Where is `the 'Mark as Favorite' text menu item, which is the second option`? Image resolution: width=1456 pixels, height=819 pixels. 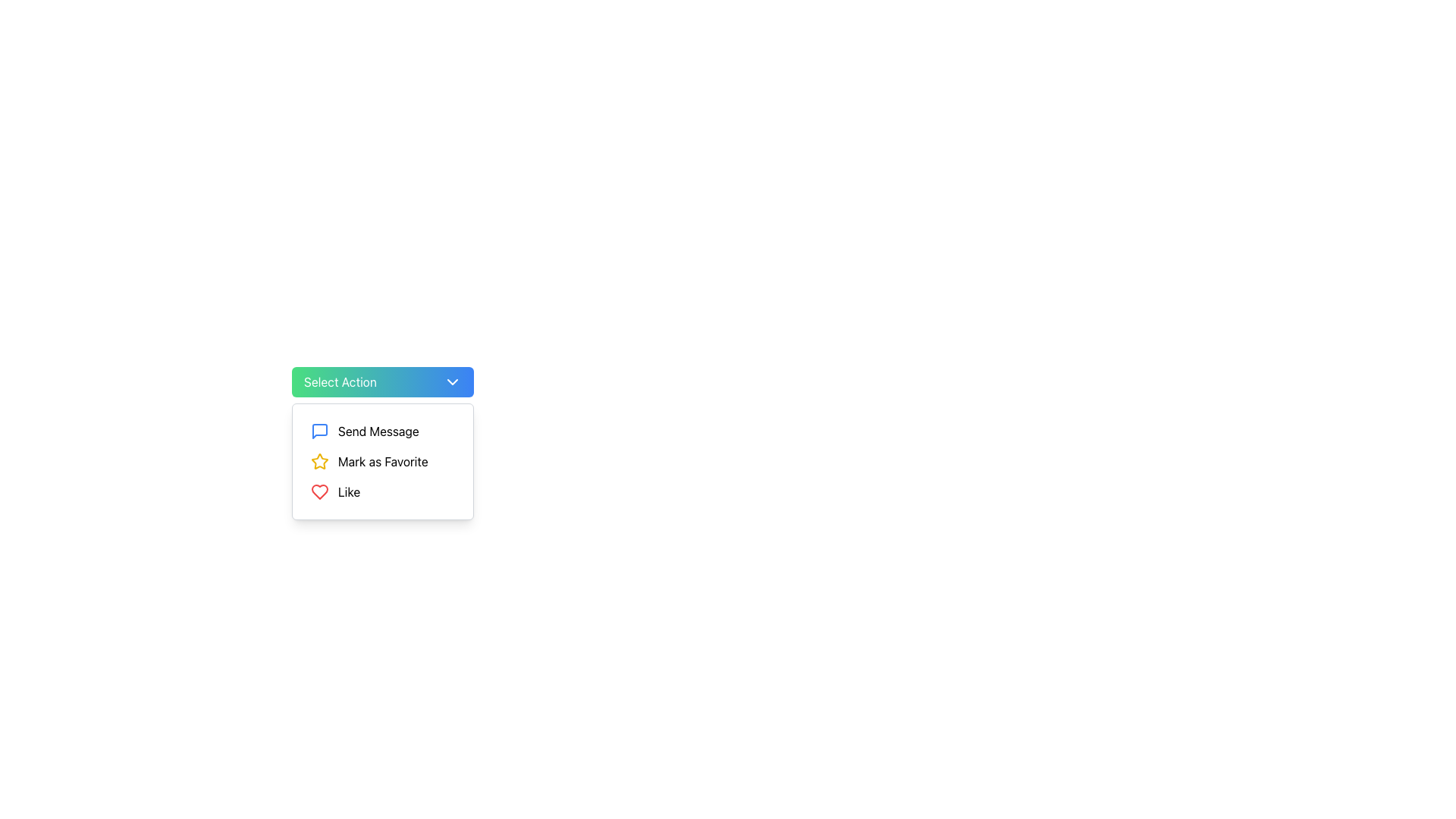
the 'Mark as Favorite' text menu item, which is the second option is located at coordinates (383, 461).